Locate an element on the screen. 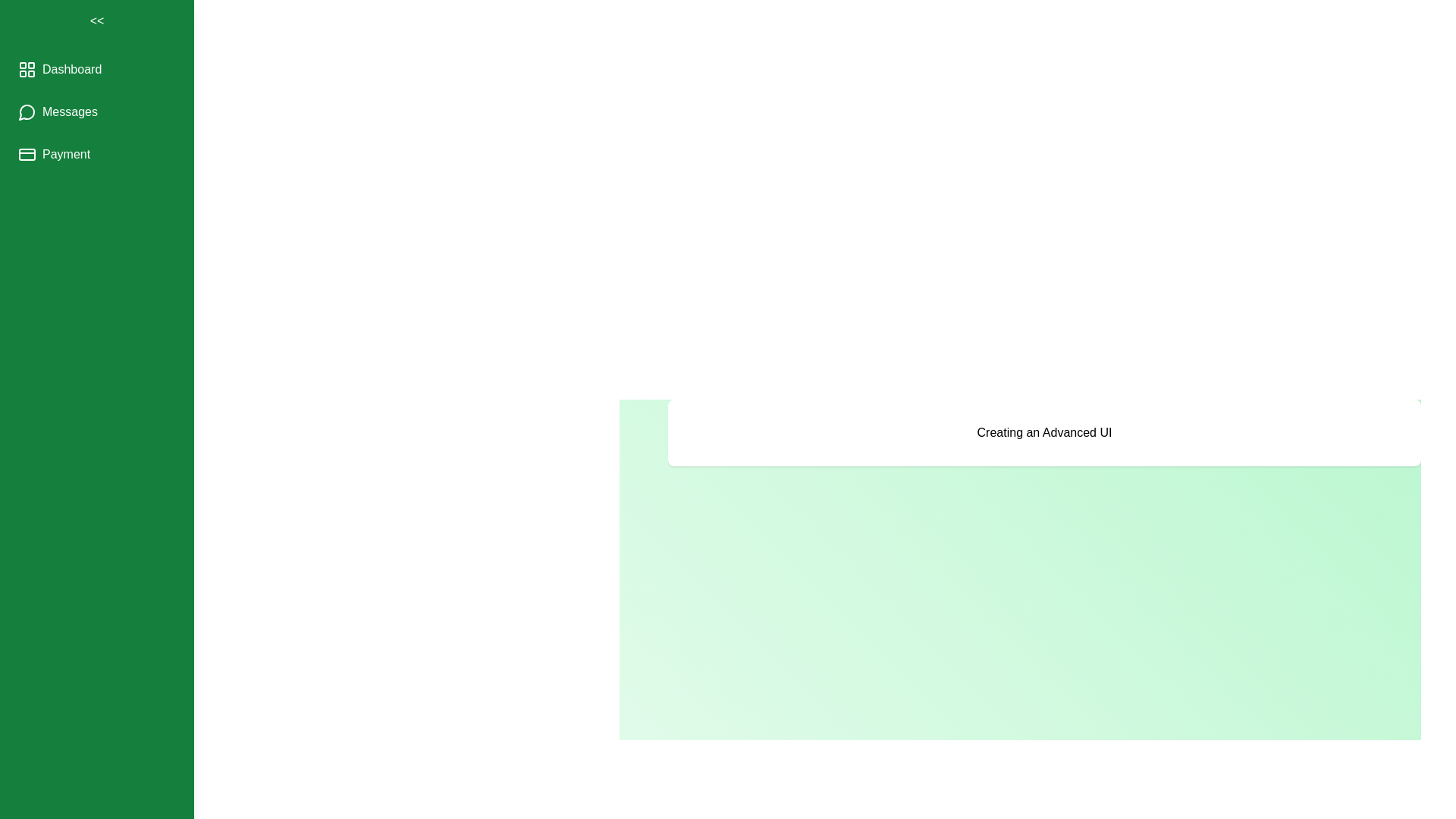 The width and height of the screenshot is (1456, 819). the text label or heading that contains 'Creating an Advanced UI', which is bold and centered in a white card-like structure is located at coordinates (1043, 432).